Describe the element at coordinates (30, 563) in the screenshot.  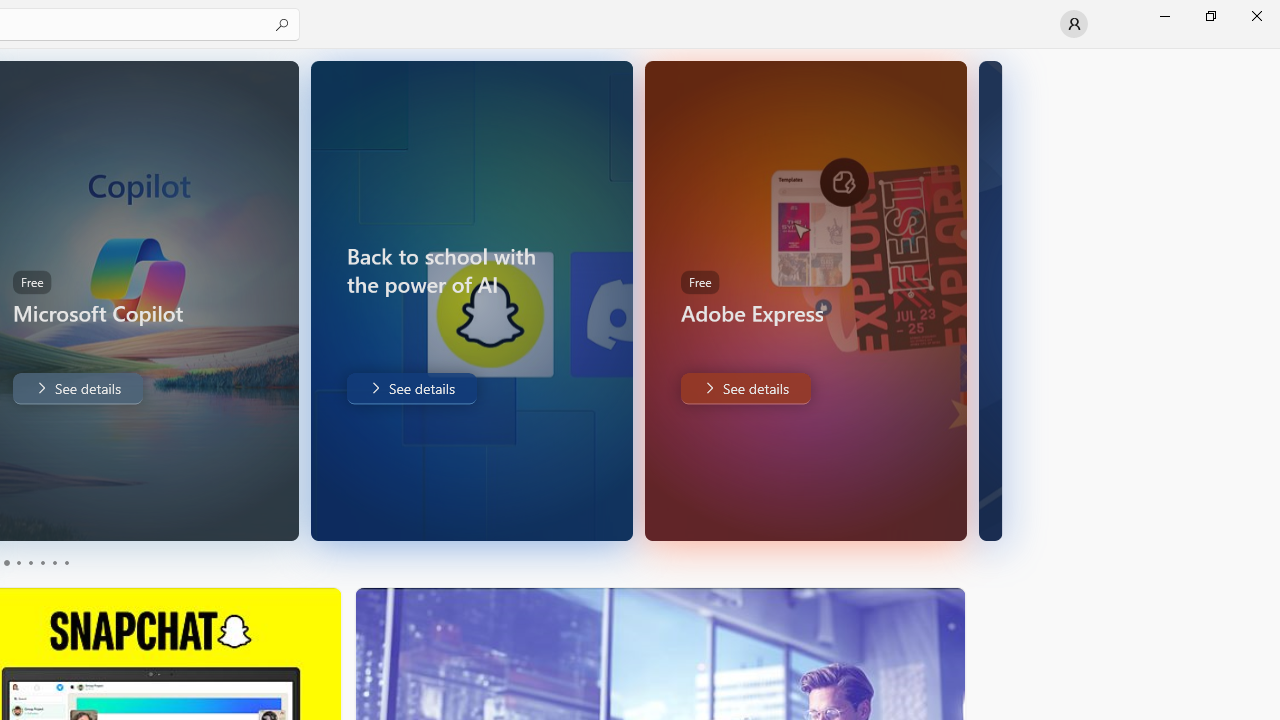
I see `'Page 3'` at that location.